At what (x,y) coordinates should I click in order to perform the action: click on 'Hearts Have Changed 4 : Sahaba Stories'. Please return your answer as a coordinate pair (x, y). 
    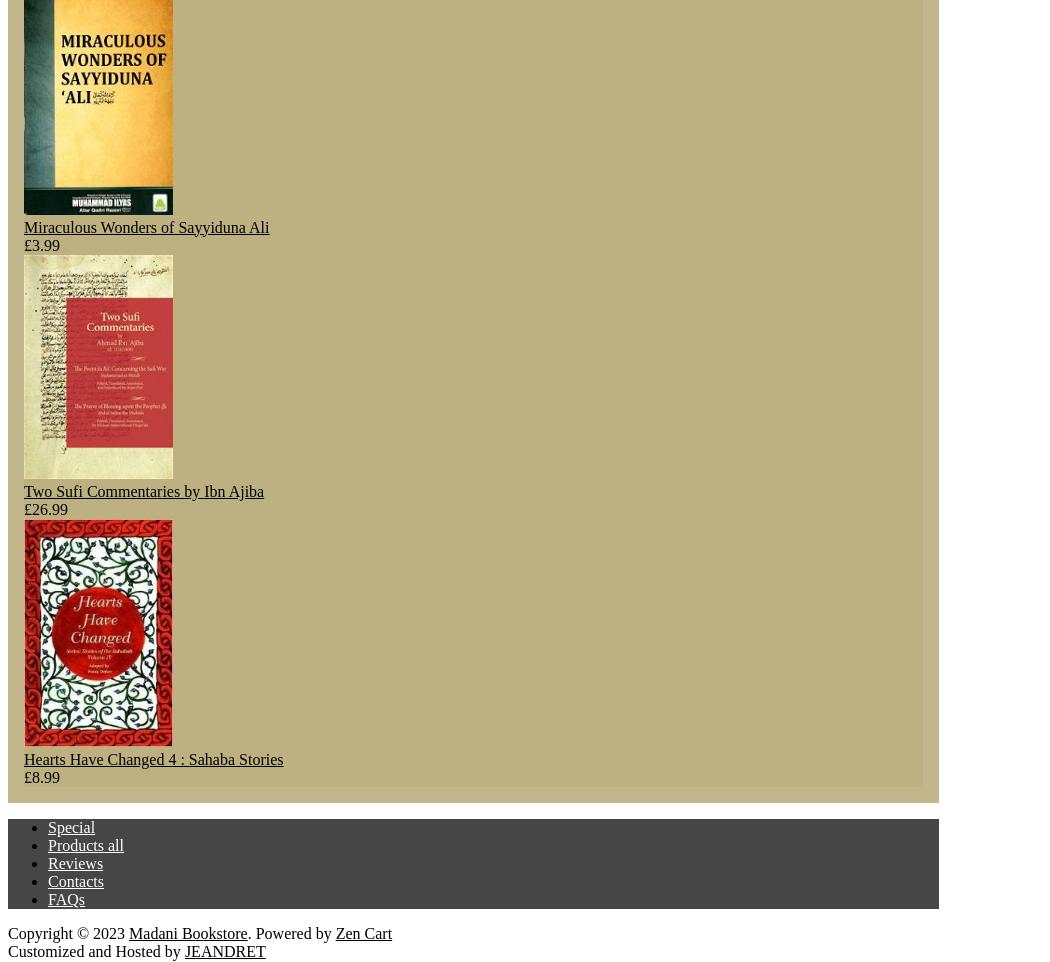
    Looking at the image, I should click on (153, 758).